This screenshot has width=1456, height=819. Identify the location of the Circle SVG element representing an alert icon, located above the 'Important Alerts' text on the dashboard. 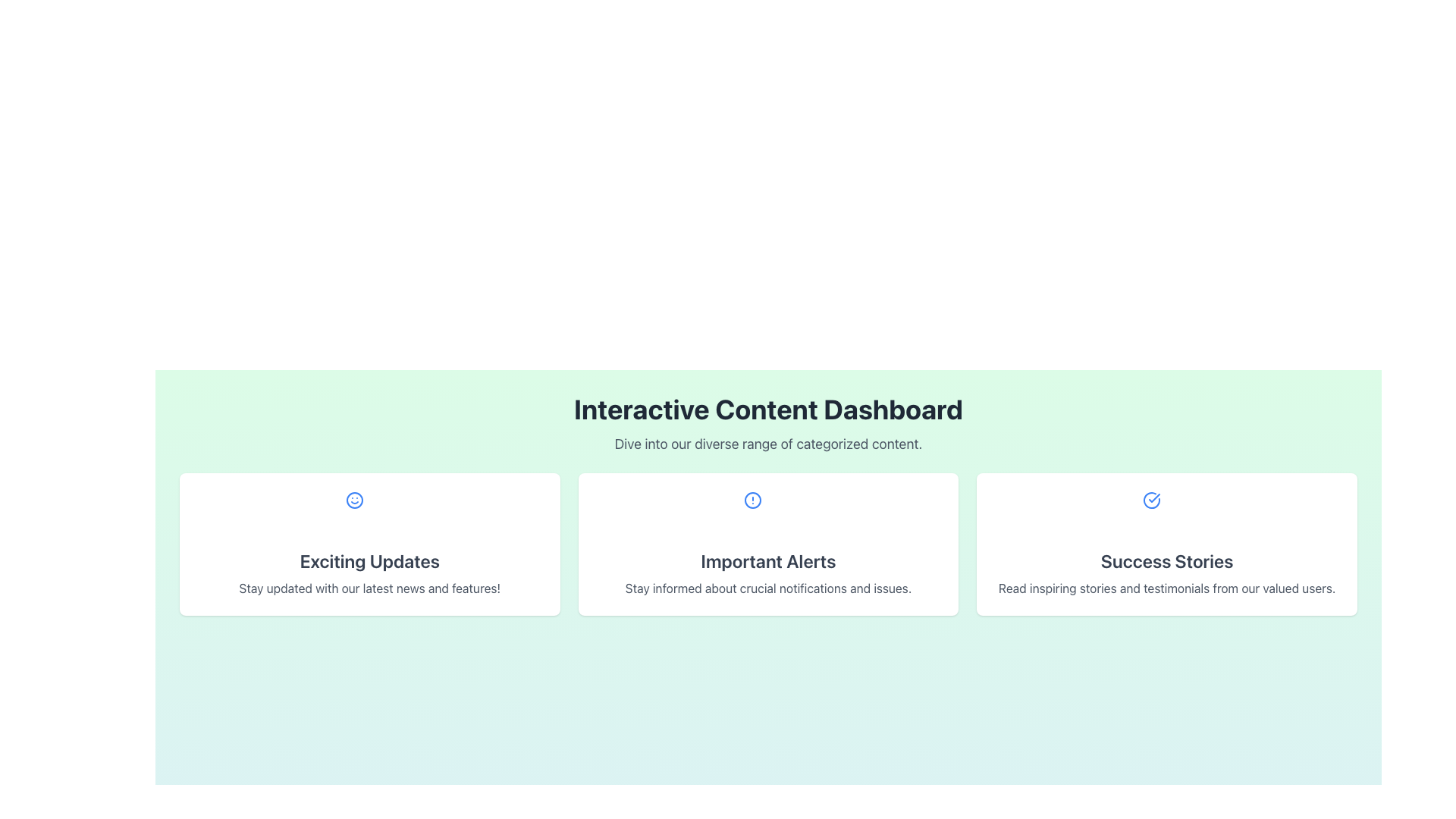
(753, 500).